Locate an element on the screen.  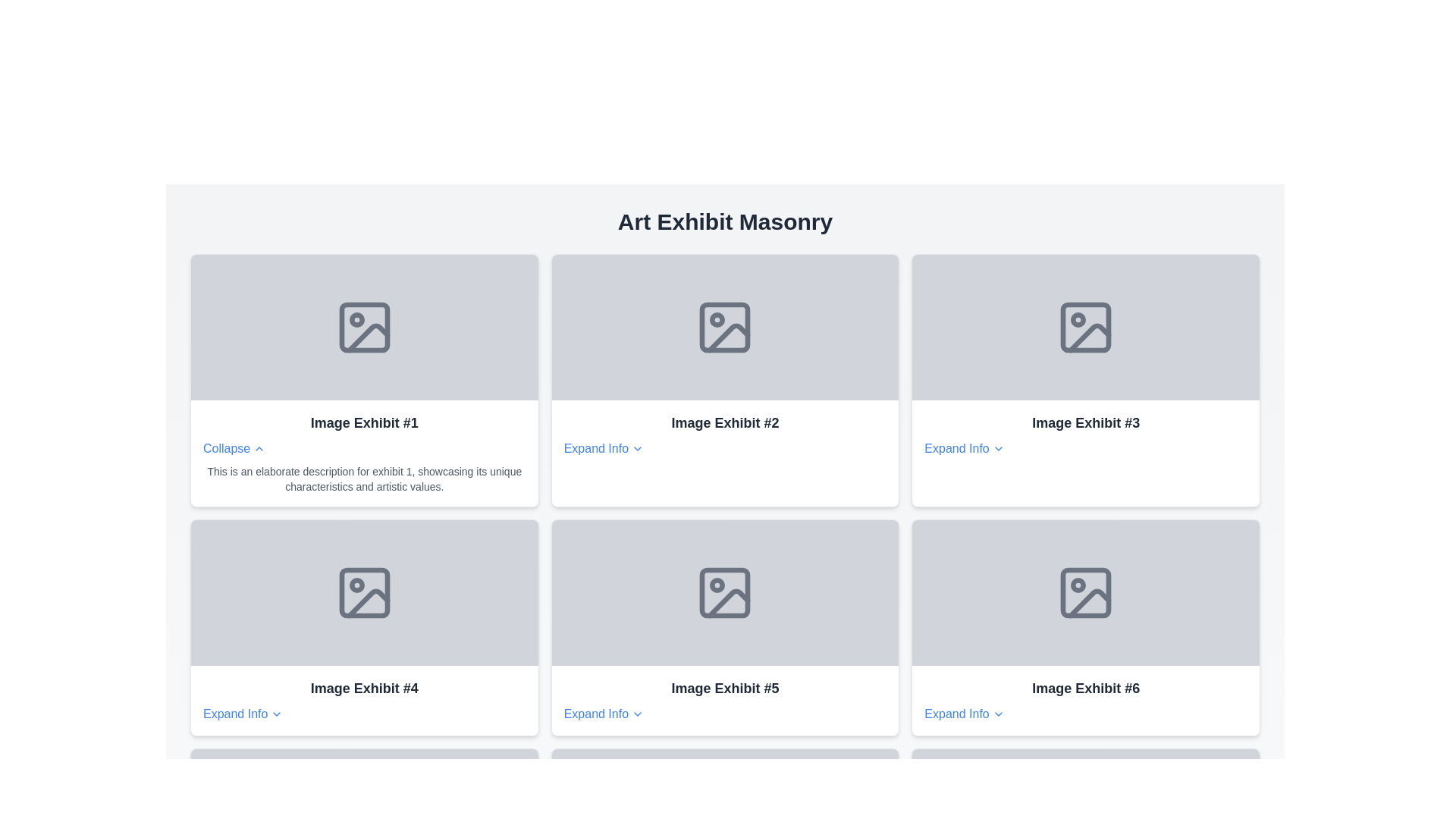
the 'Expand Info' clickable text, which is styled with a blue font color and has a downward arrow icon, located beneath the title 'Image Exhibit #4' is located at coordinates (243, 714).